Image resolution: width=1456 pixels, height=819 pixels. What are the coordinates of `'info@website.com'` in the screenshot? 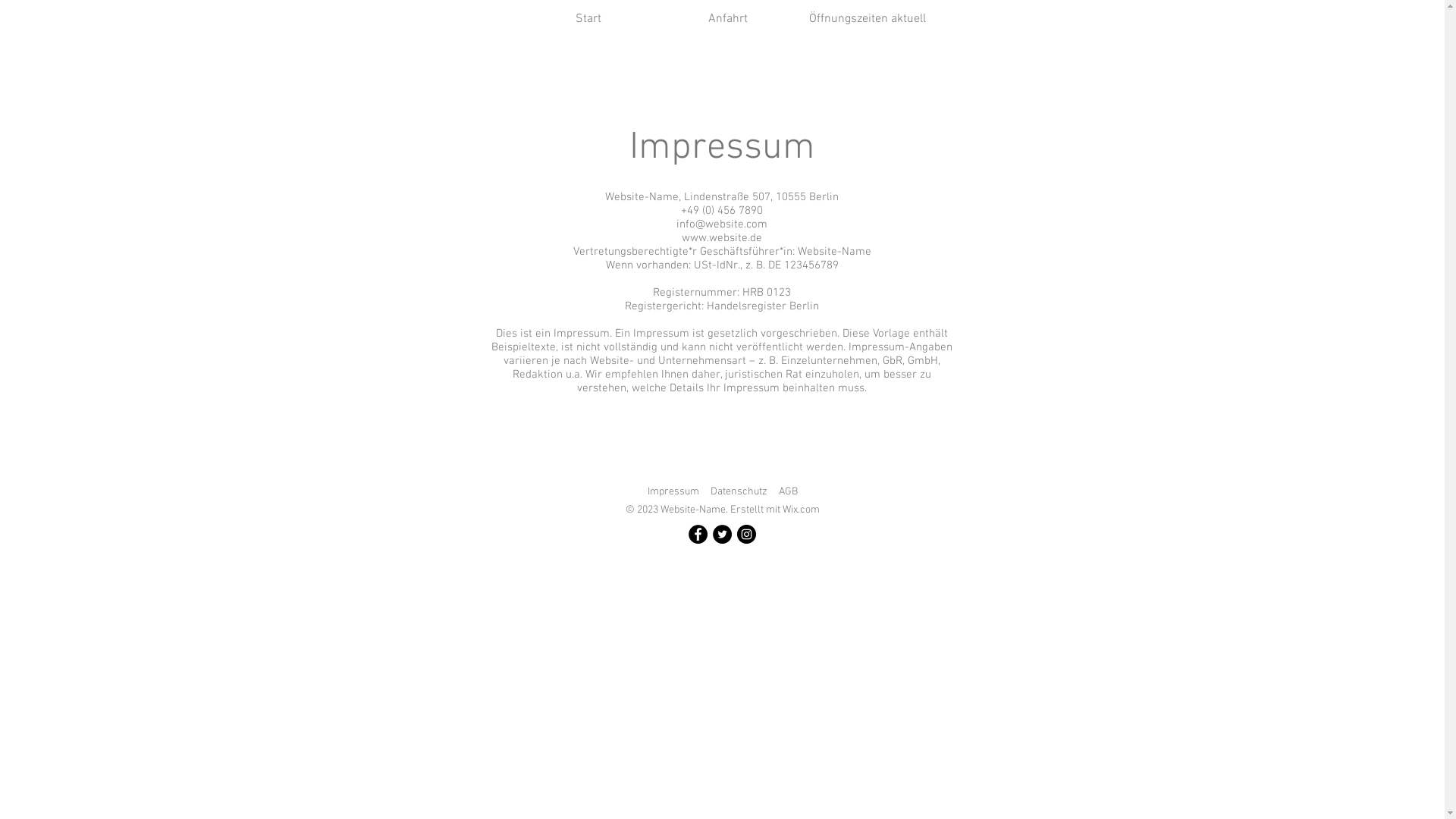 It's located at (720, 224).